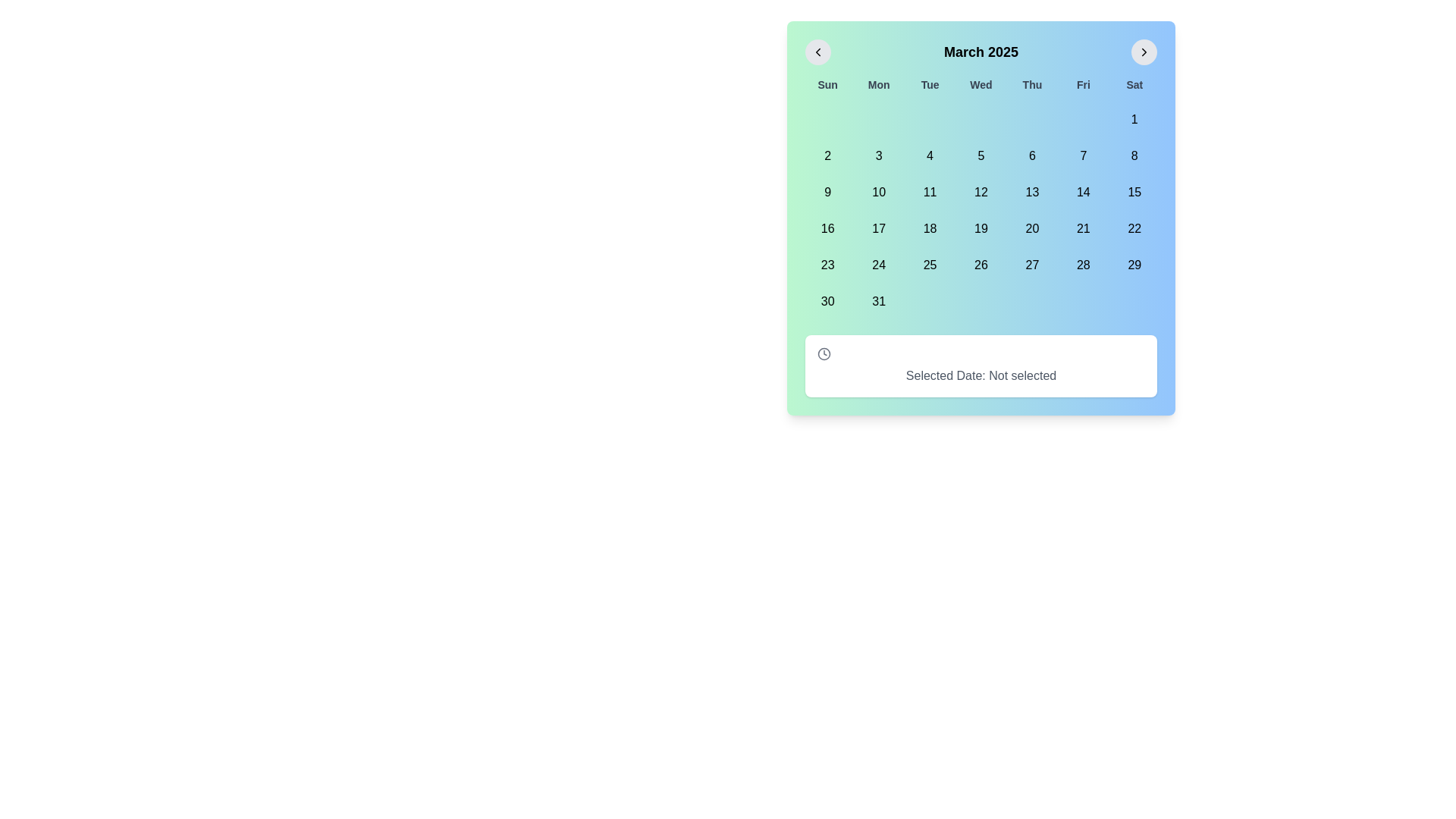 Image resolution: width=1456 pixels, height=819 pixels. What do you see at coordinates (929, 84) in the screenshot?
I see `the Text label indicating 'Tue', which is the third item in the calendar grid layout, positioned between 'Mon' and 'Wed'` at bounding box center [929, 84].